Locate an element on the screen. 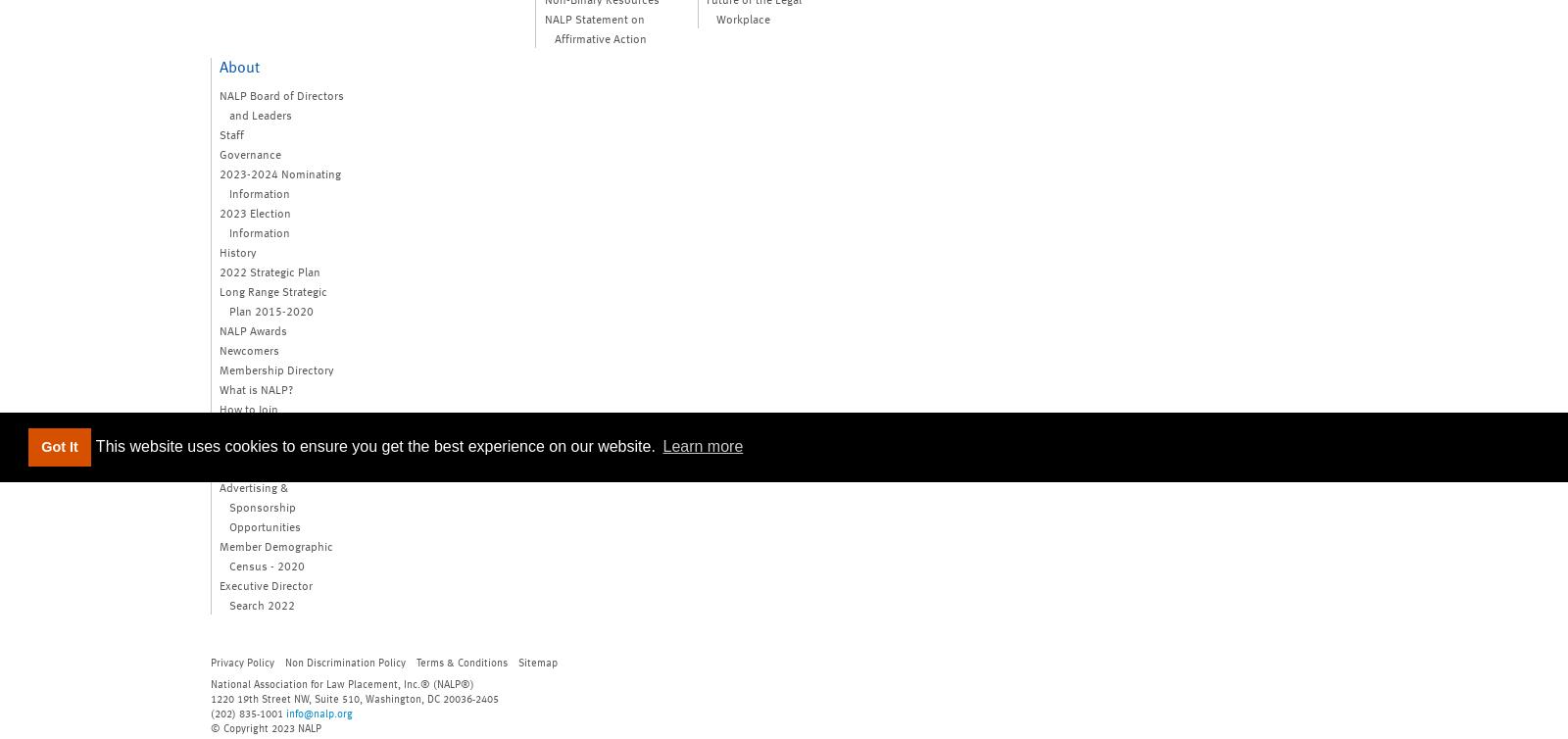 The image size is (1568, 739). 'NALP Awards' is located at coordinates (253, 327).